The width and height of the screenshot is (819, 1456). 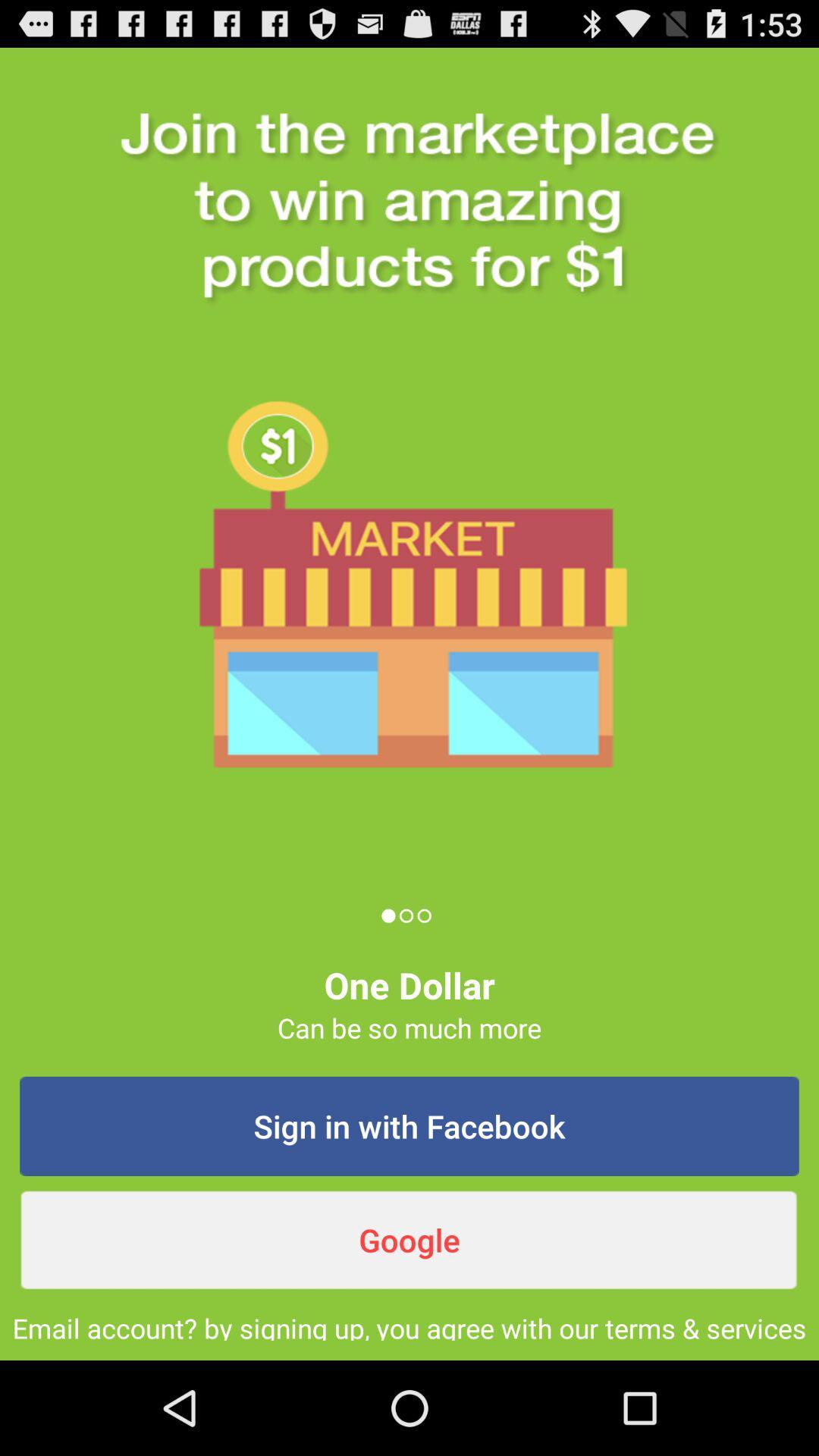 What do you see at coordinates (409, 1240) in the screenshot?
I see `google item` at bounding box center [409, 1240].